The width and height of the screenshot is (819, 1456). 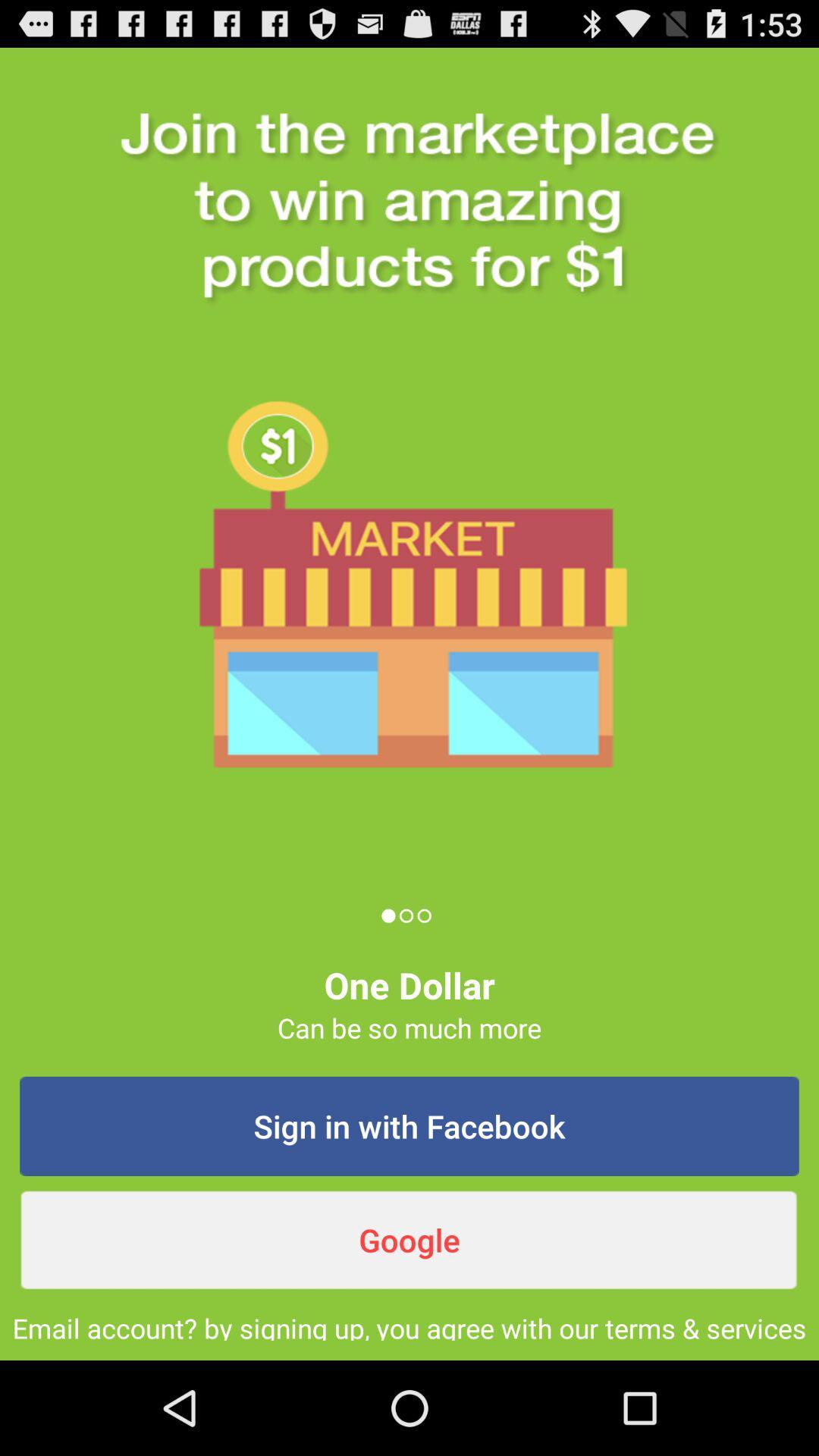 What do you see at coordinates (409, 1240) in the screenshot?
I see `google item` at bounding box center [409, 1240].